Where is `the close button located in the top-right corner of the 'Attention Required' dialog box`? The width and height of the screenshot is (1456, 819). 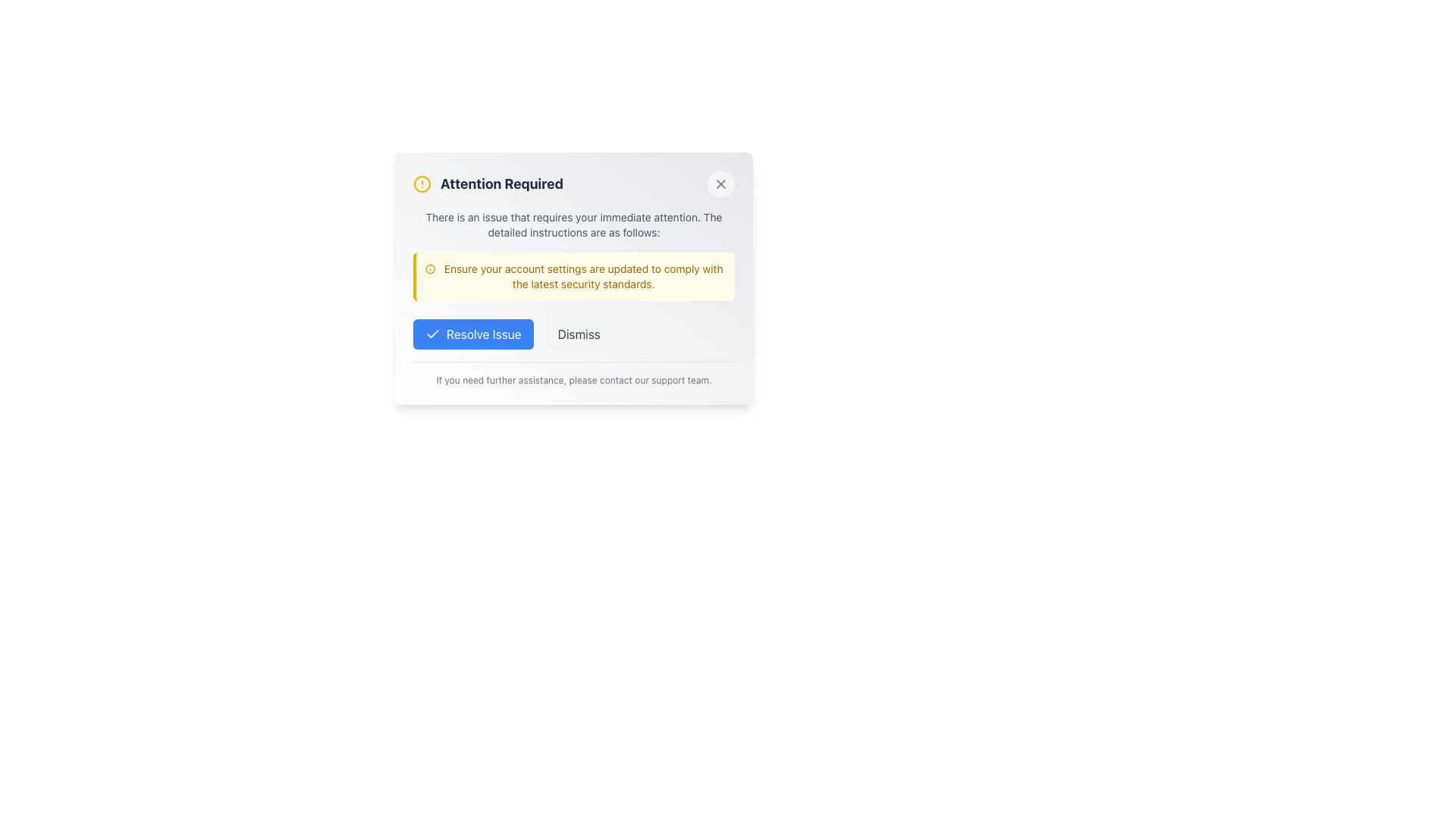
the close button located in the top-right corner of the 'Attention Required' dialog box is located at coordinates (720, 184).